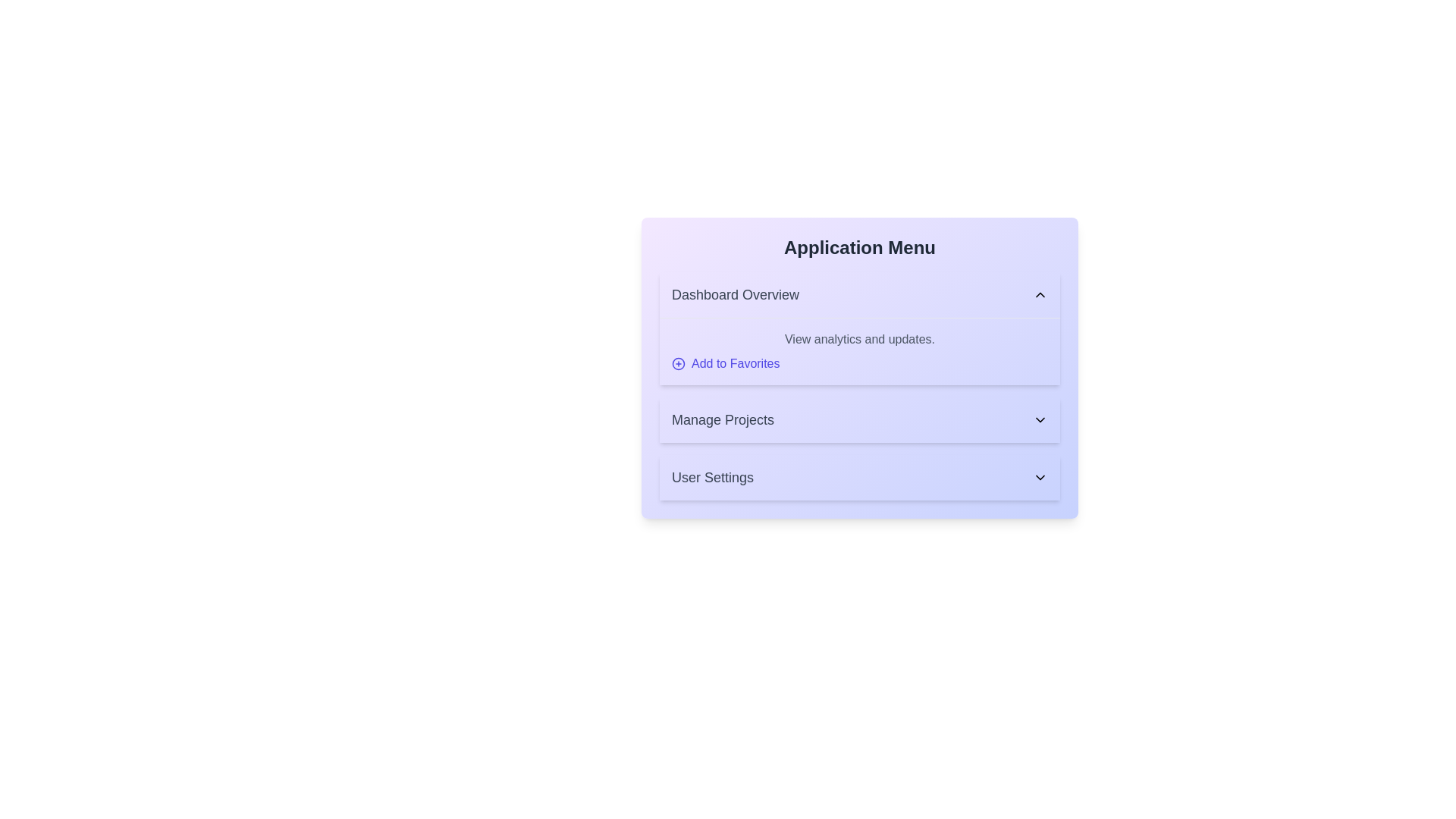 The width and height of the screenshot is (1456, 819). What do you see at coordinates (724, 363) in the screenshot?
I see `the 'Add to Favorites' button` at bounding box center [724, 363].